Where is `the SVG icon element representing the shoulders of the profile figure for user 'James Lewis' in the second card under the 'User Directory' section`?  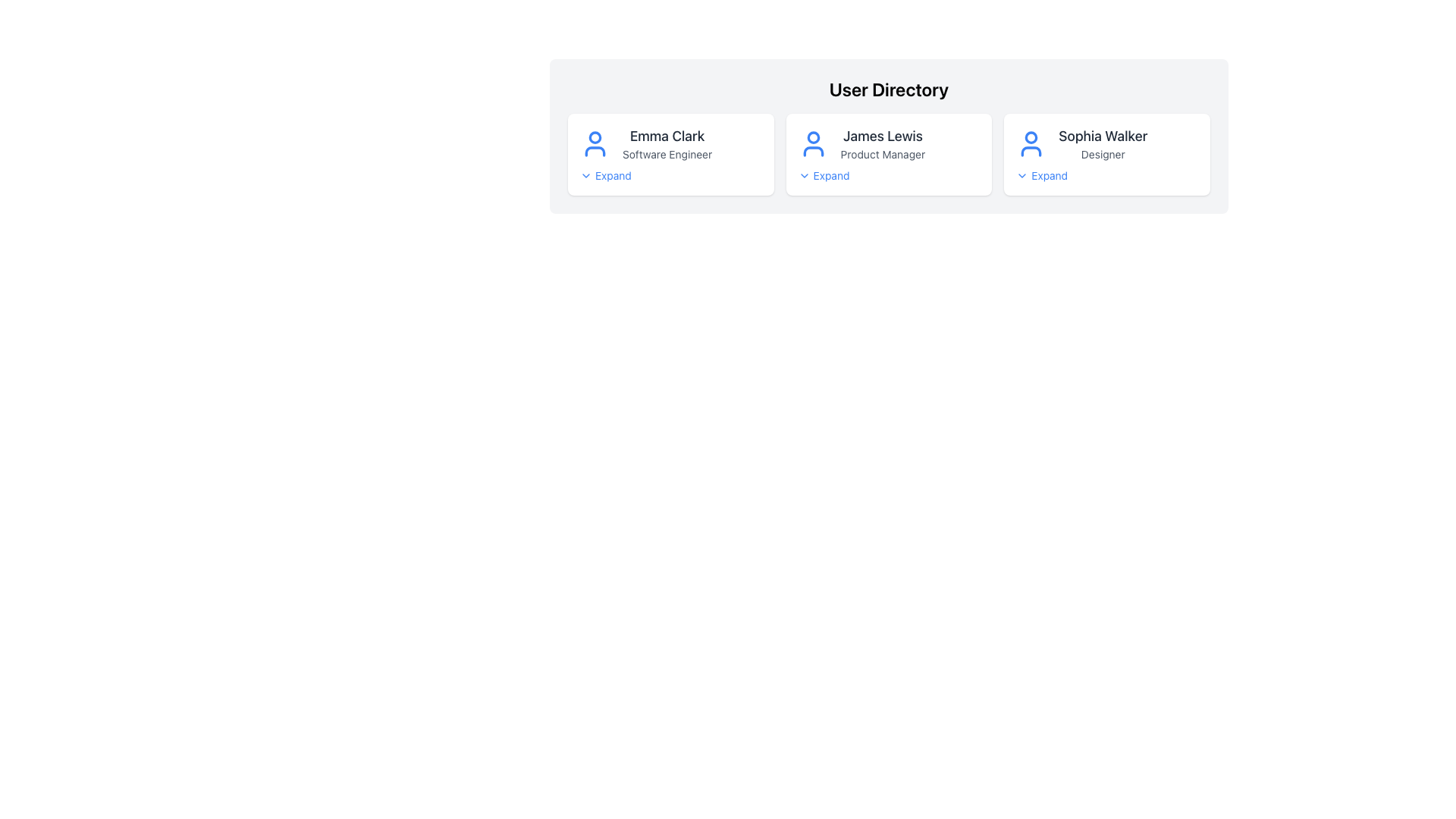
the SVG icon element representing the shoulders of the profile figure for user 'James Lewis' in the second card under the 'User Directory' section is located at coordinates (812, 152).